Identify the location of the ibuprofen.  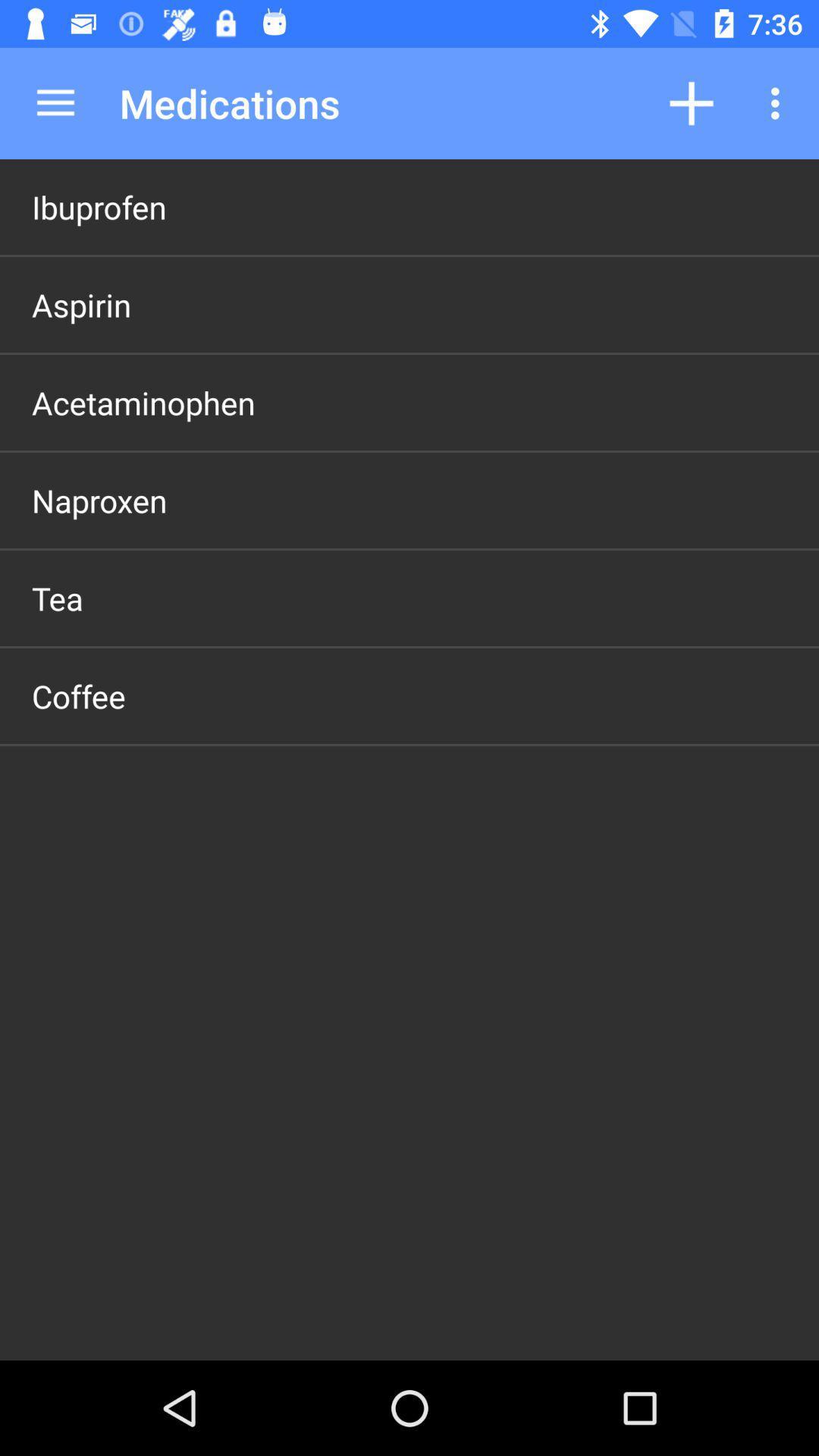
(99, 206).